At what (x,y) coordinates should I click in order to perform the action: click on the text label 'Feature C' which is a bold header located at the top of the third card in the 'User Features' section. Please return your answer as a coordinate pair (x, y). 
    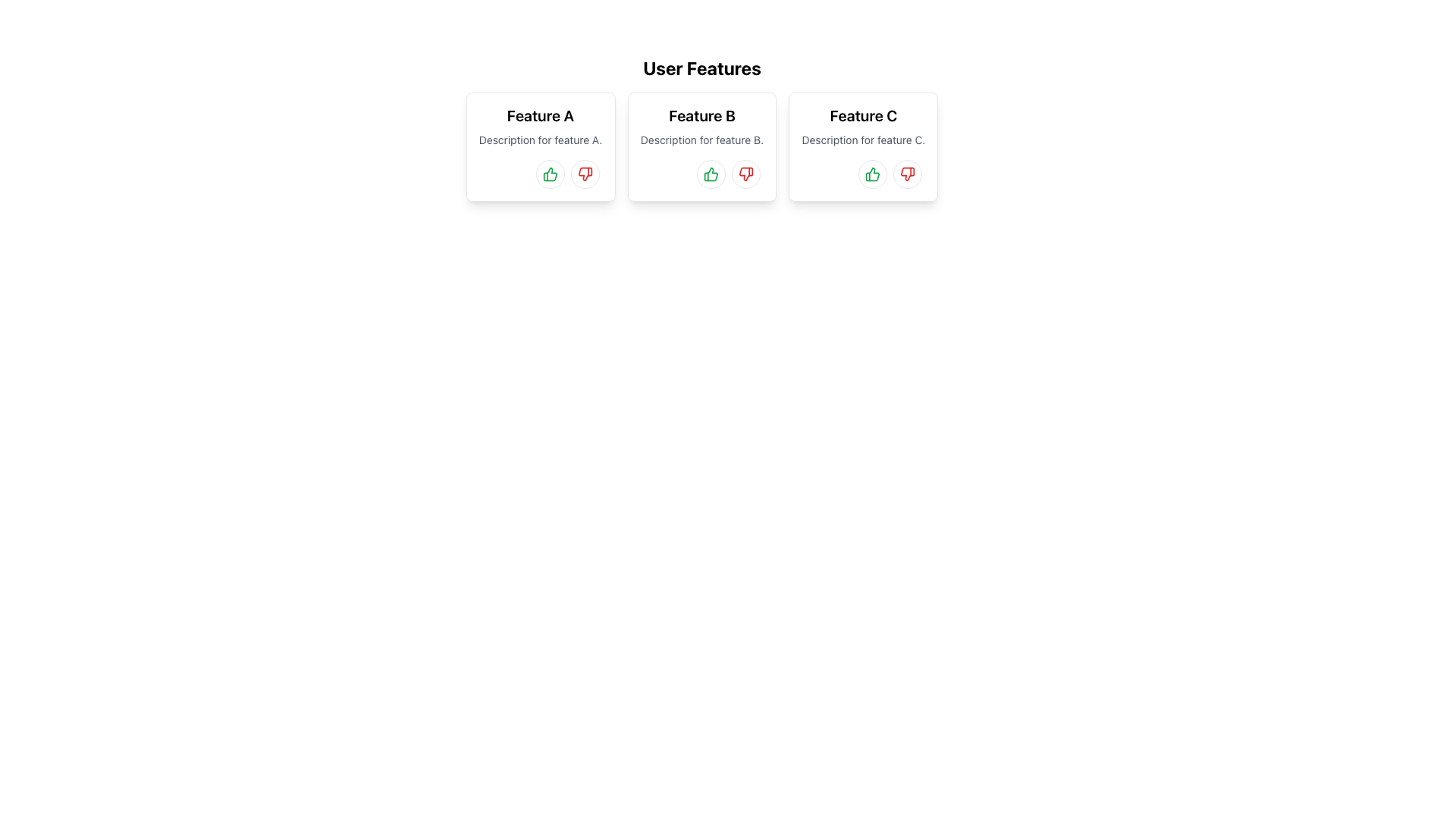
    Looking at the image, I should click on (863, 115).